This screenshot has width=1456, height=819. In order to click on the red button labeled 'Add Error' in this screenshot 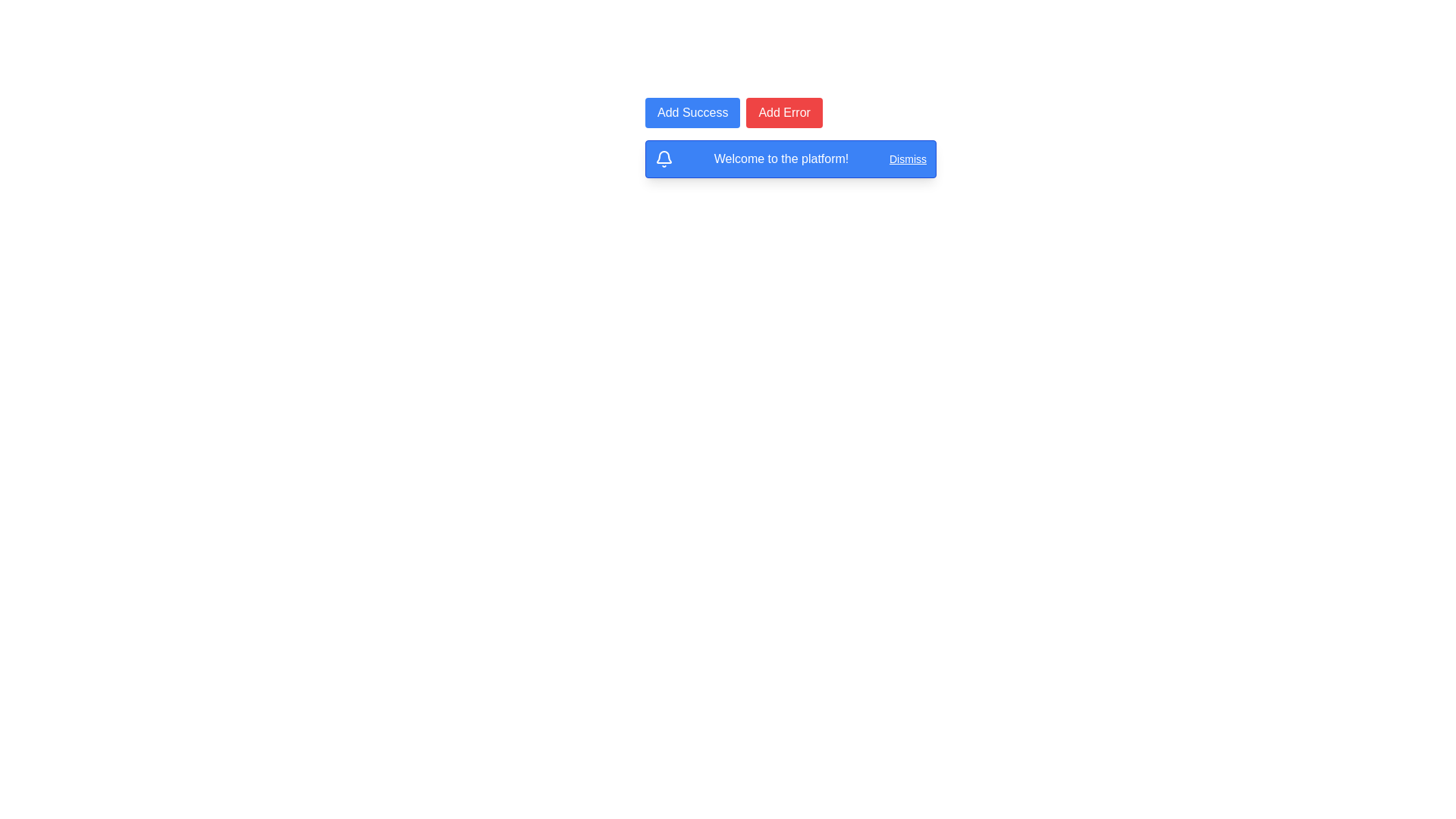, I will do `click(784, 112)`.